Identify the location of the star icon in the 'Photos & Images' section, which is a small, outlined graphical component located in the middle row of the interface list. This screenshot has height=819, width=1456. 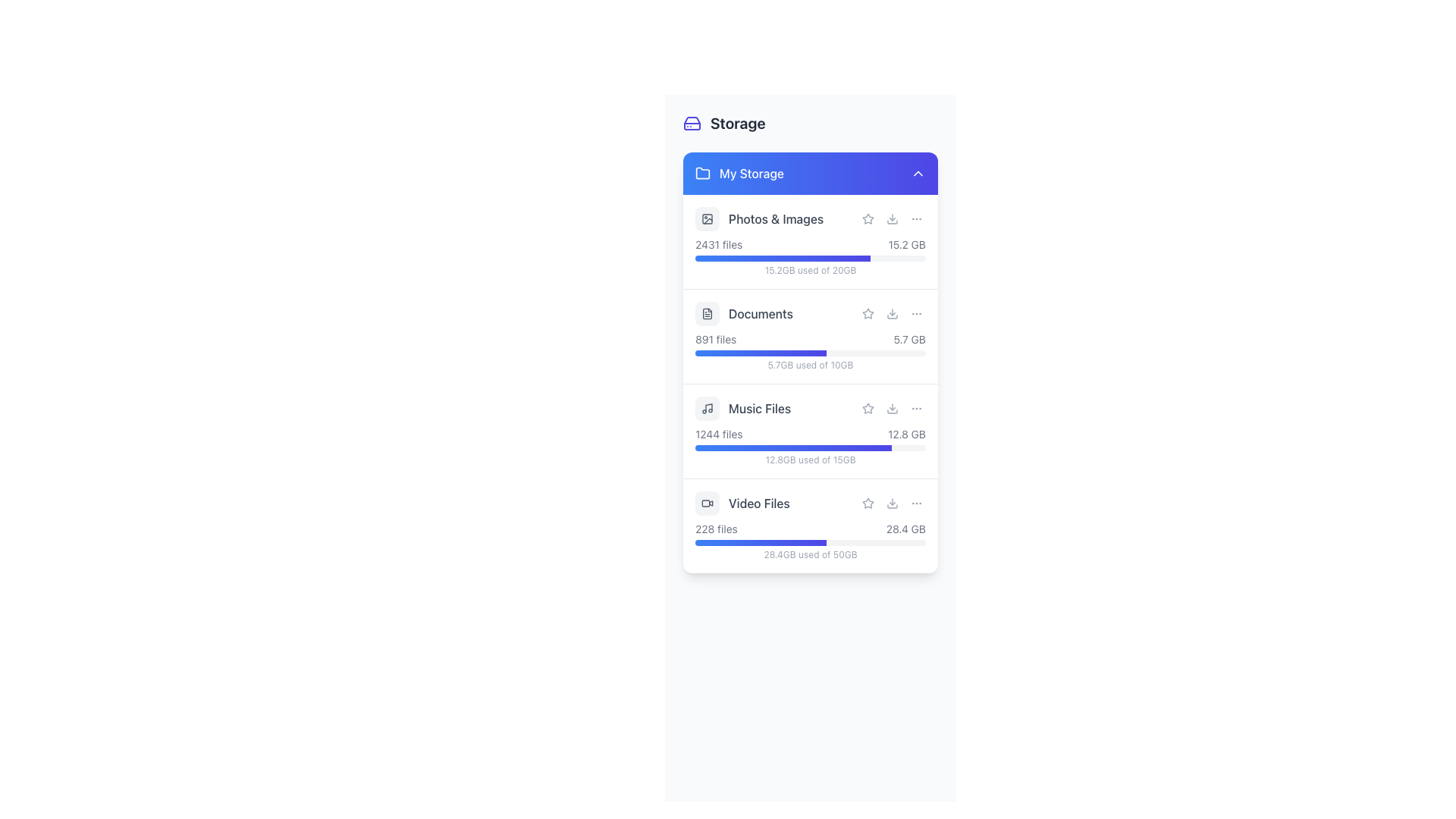
(868, 218).